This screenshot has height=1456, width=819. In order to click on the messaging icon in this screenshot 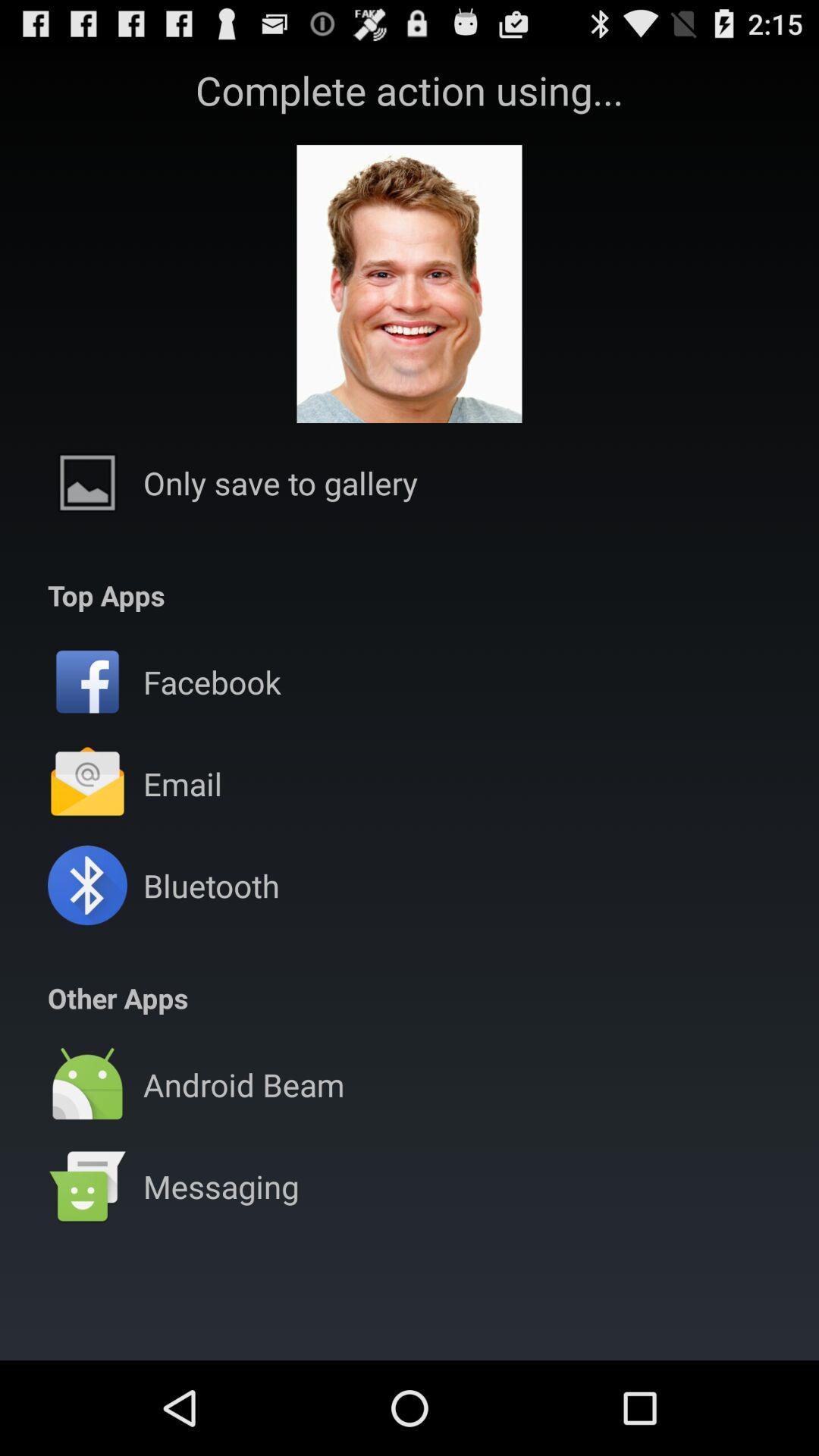, I will do `click(221, 1185)`.